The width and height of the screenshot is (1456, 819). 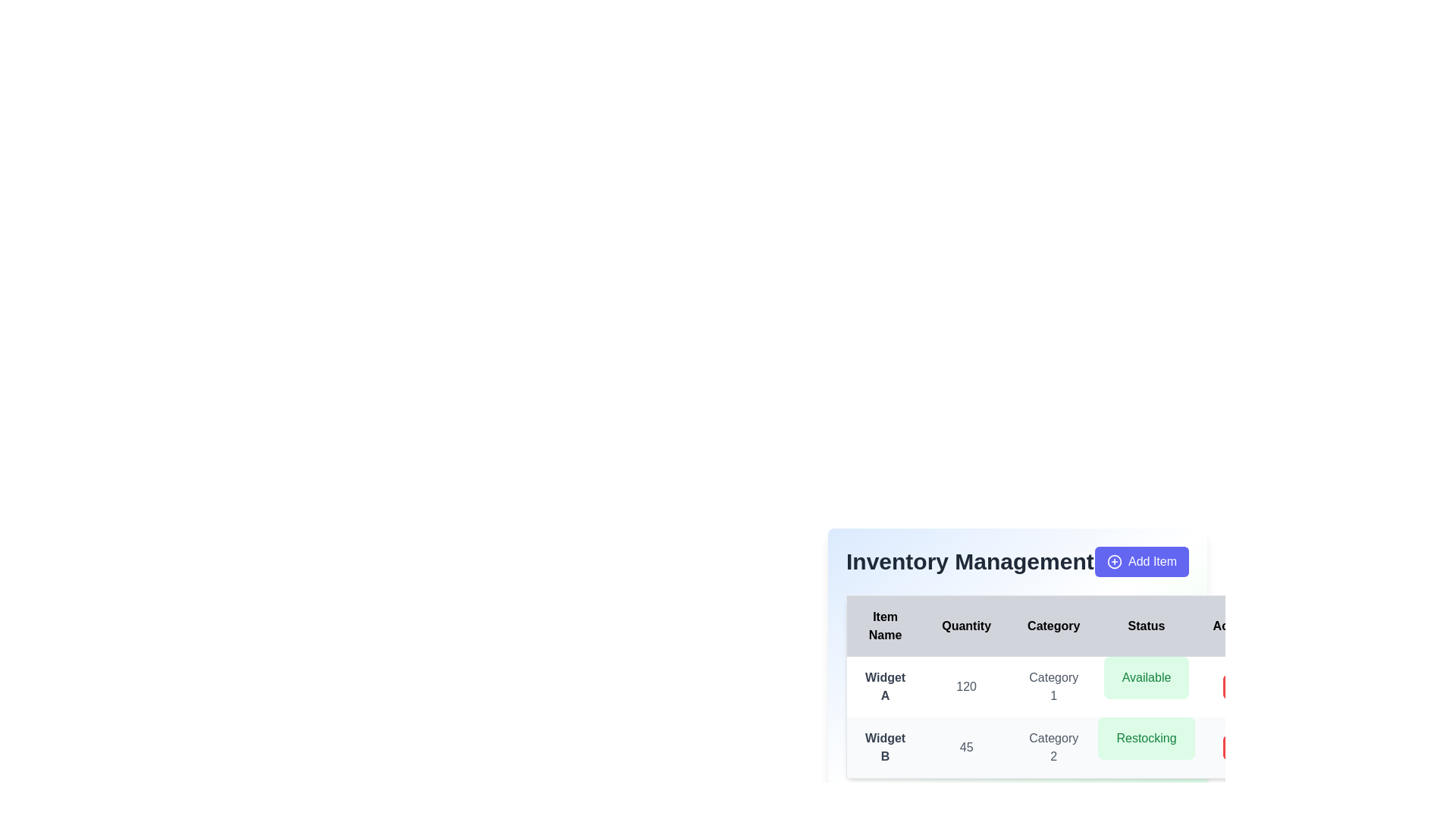 I want to click on the red button with white text located in the 'Actions' column for 'Widget B' in the inventory management table, so click(x=1235, y=747).